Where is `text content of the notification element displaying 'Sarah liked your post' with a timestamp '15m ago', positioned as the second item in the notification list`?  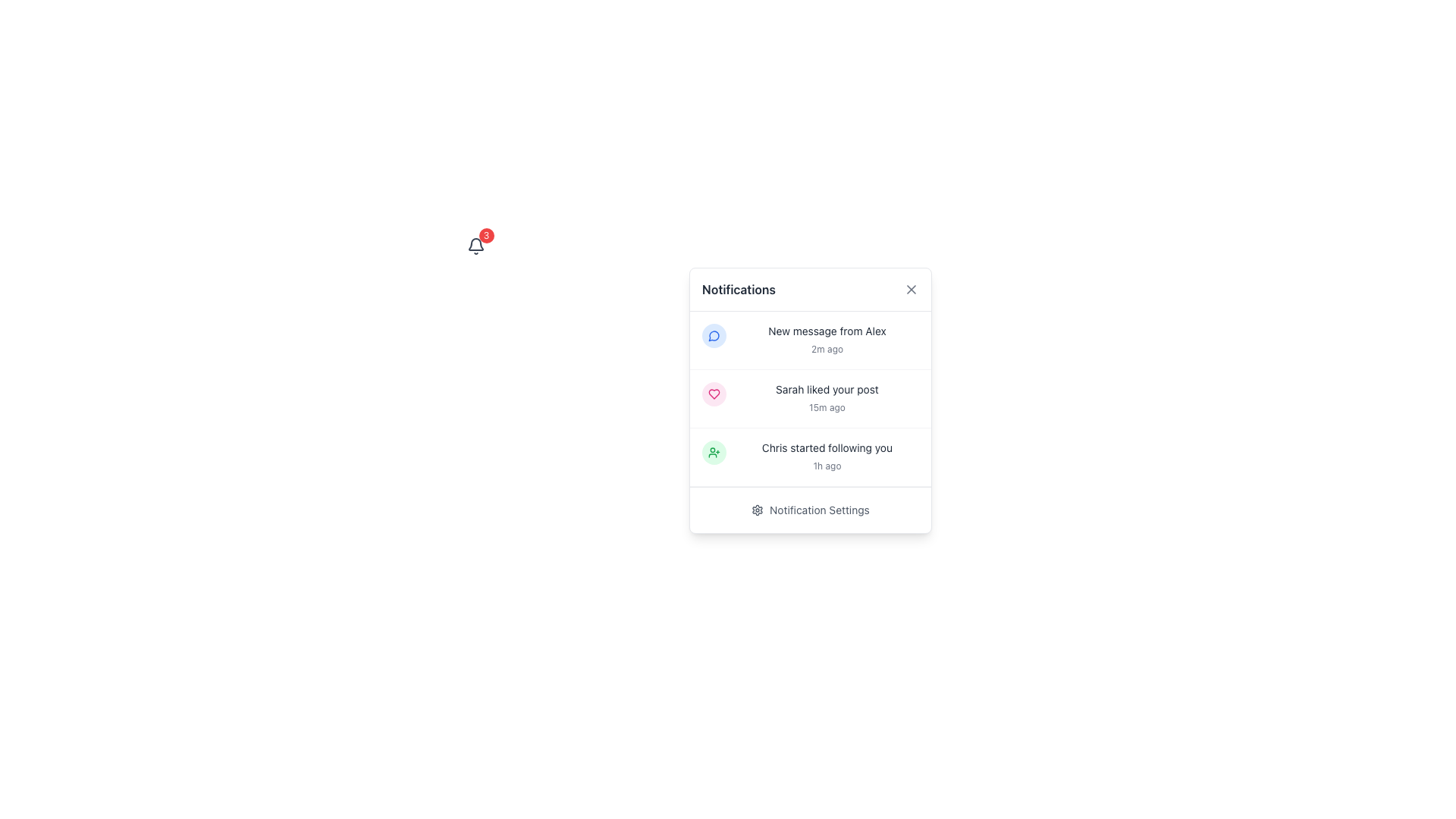 text content of the notification element displaying 'Sarah liked your post' with a timestamp '15m ago', positioned as the second item in the notification list is located at coordinates (826, 397).